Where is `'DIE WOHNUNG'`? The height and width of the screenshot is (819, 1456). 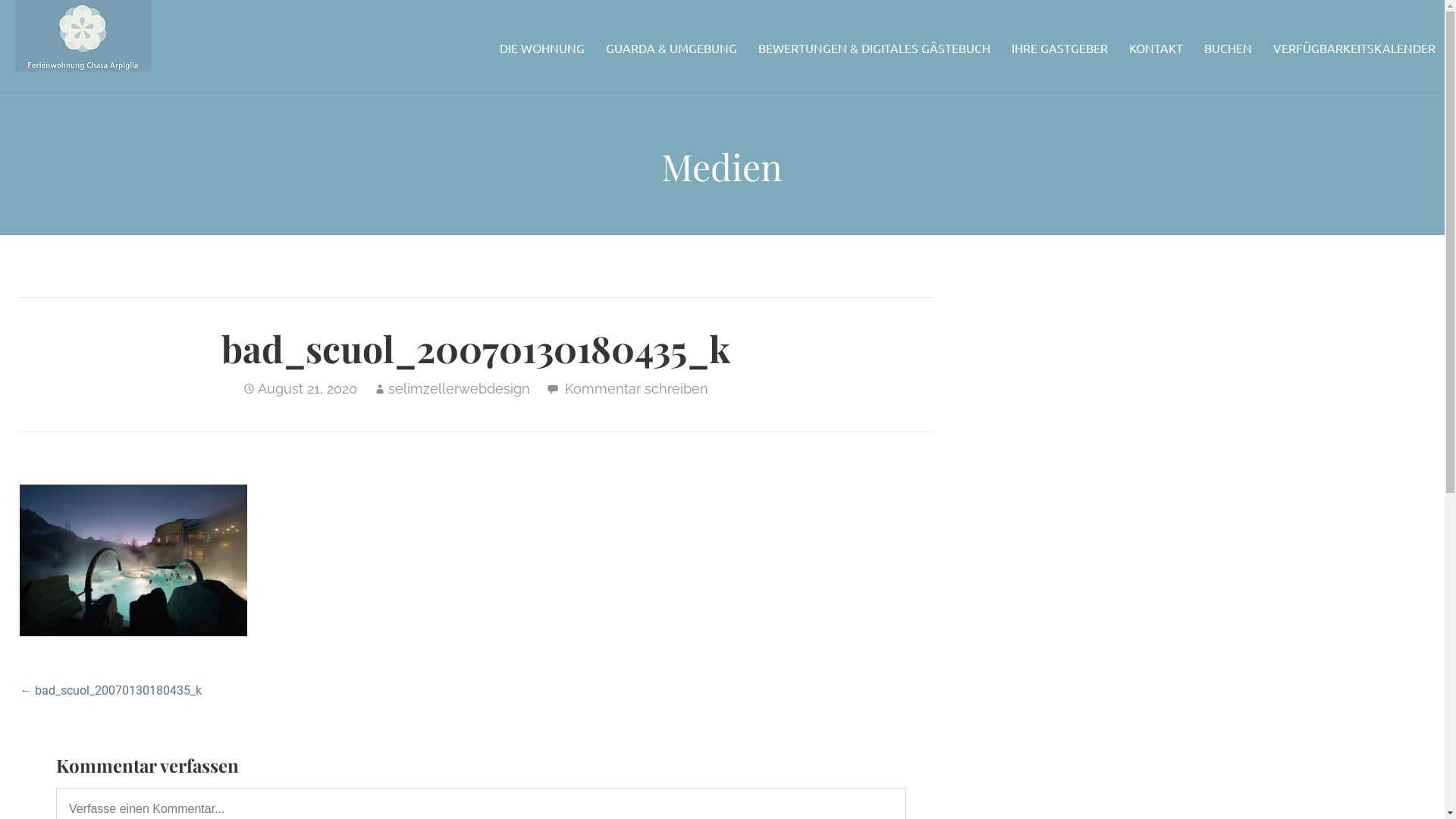
'DIE WOHNUNG' is located at coordinates (542, 46).